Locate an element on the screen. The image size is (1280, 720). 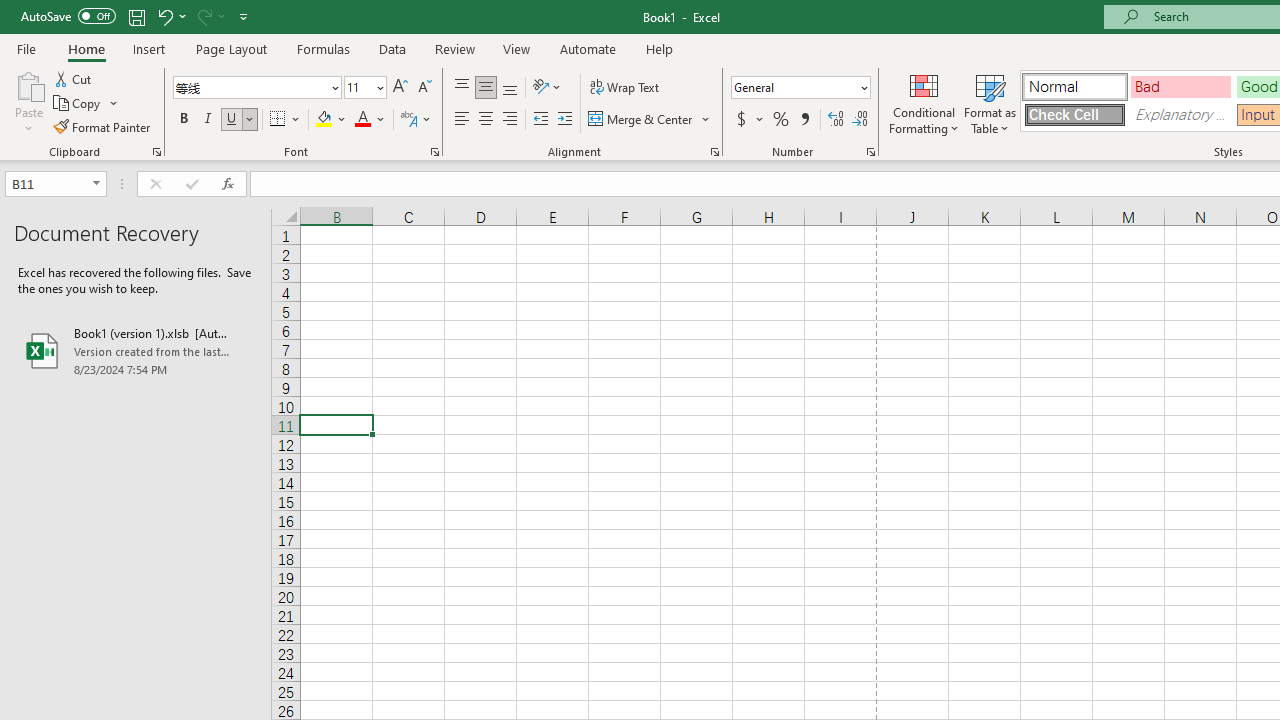
'Bold' is located at coordinates (183, 119).